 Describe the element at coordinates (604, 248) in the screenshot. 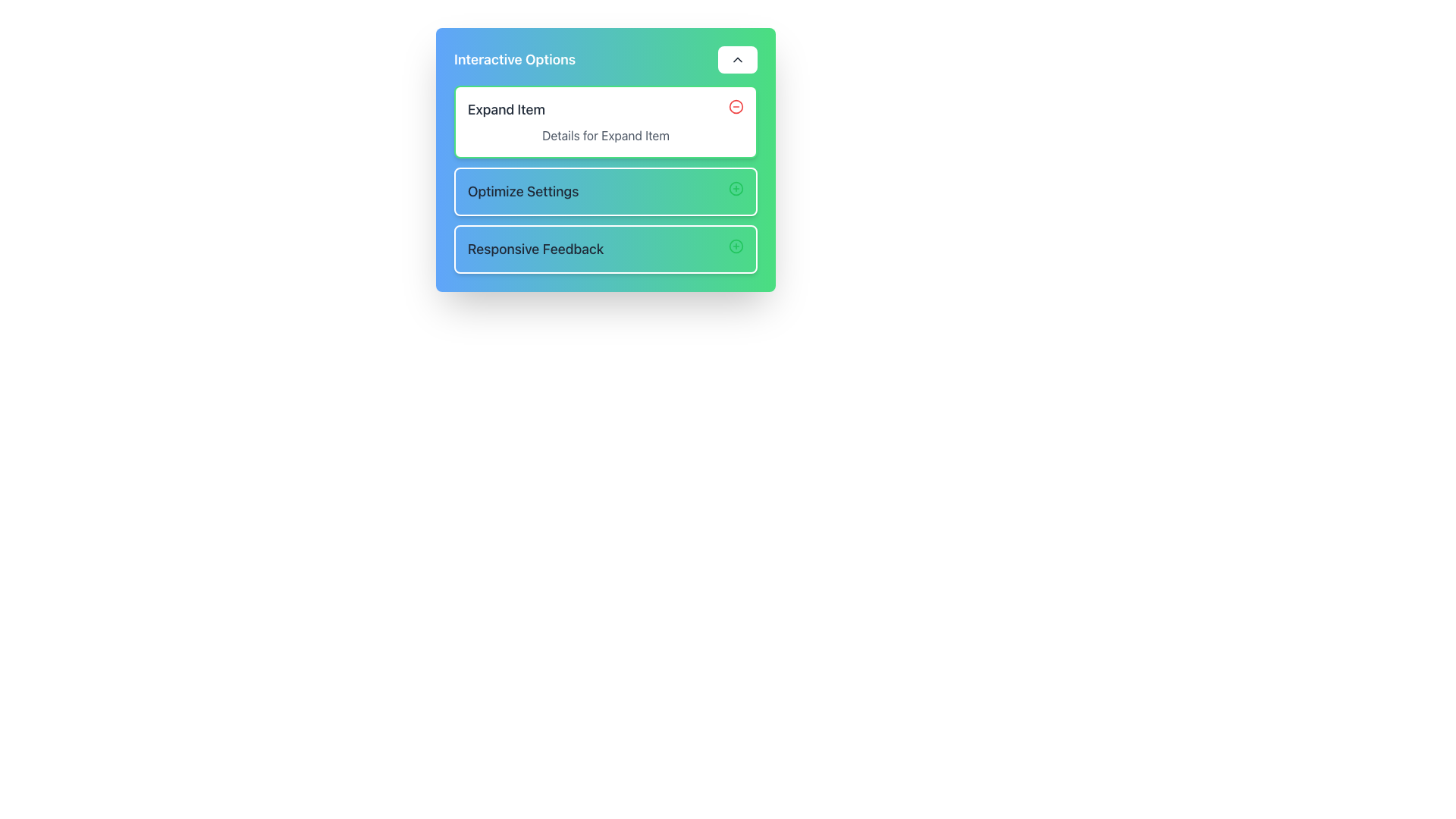

I see `the 'Responsive Feedback' button` at that location.